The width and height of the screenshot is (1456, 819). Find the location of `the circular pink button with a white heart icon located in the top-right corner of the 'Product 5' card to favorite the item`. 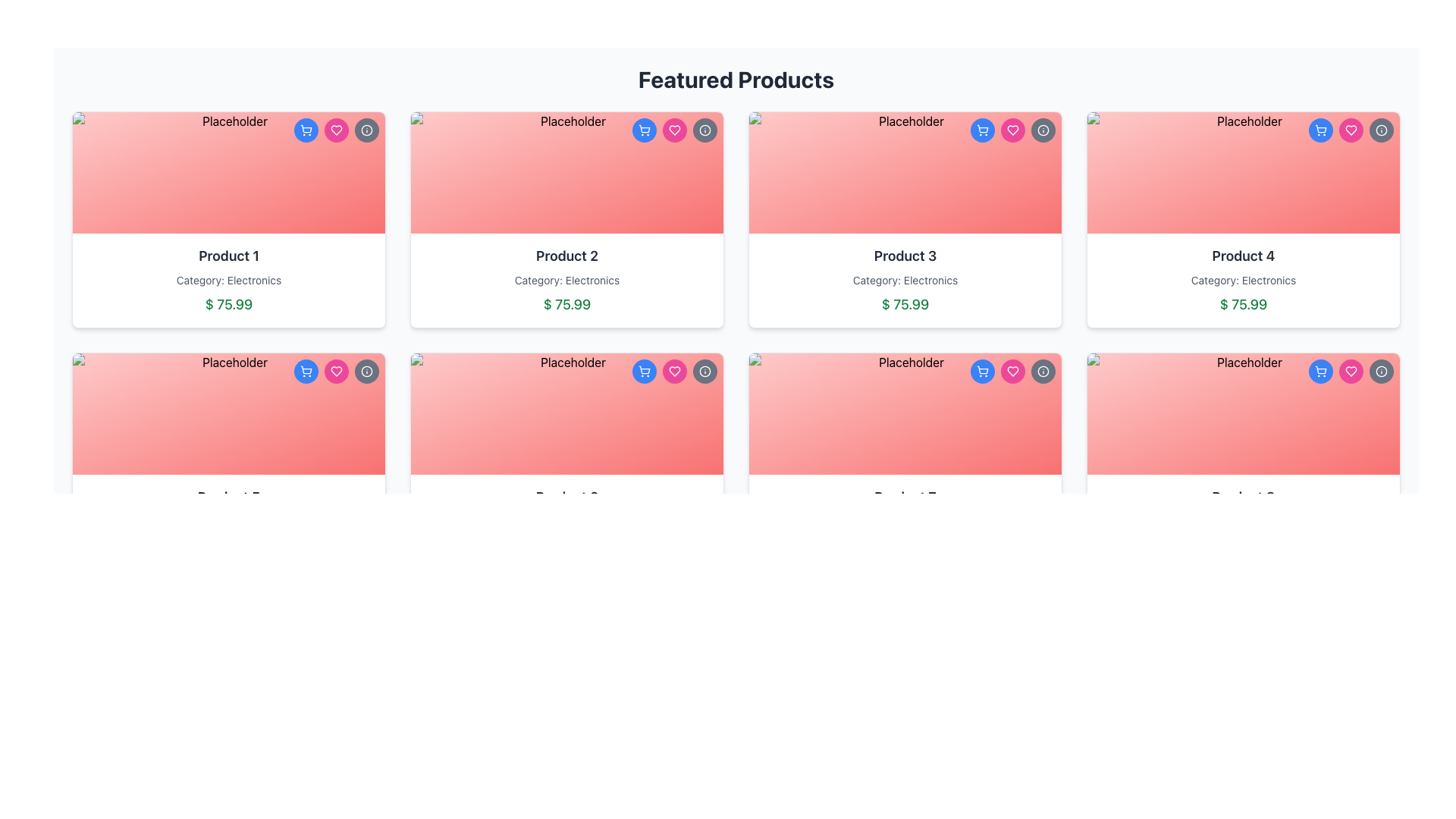

the circular pink button with a white heart icon located in the top-right corner of the 'Product 5' card to favorite the item is located at coordinates (336, 371).